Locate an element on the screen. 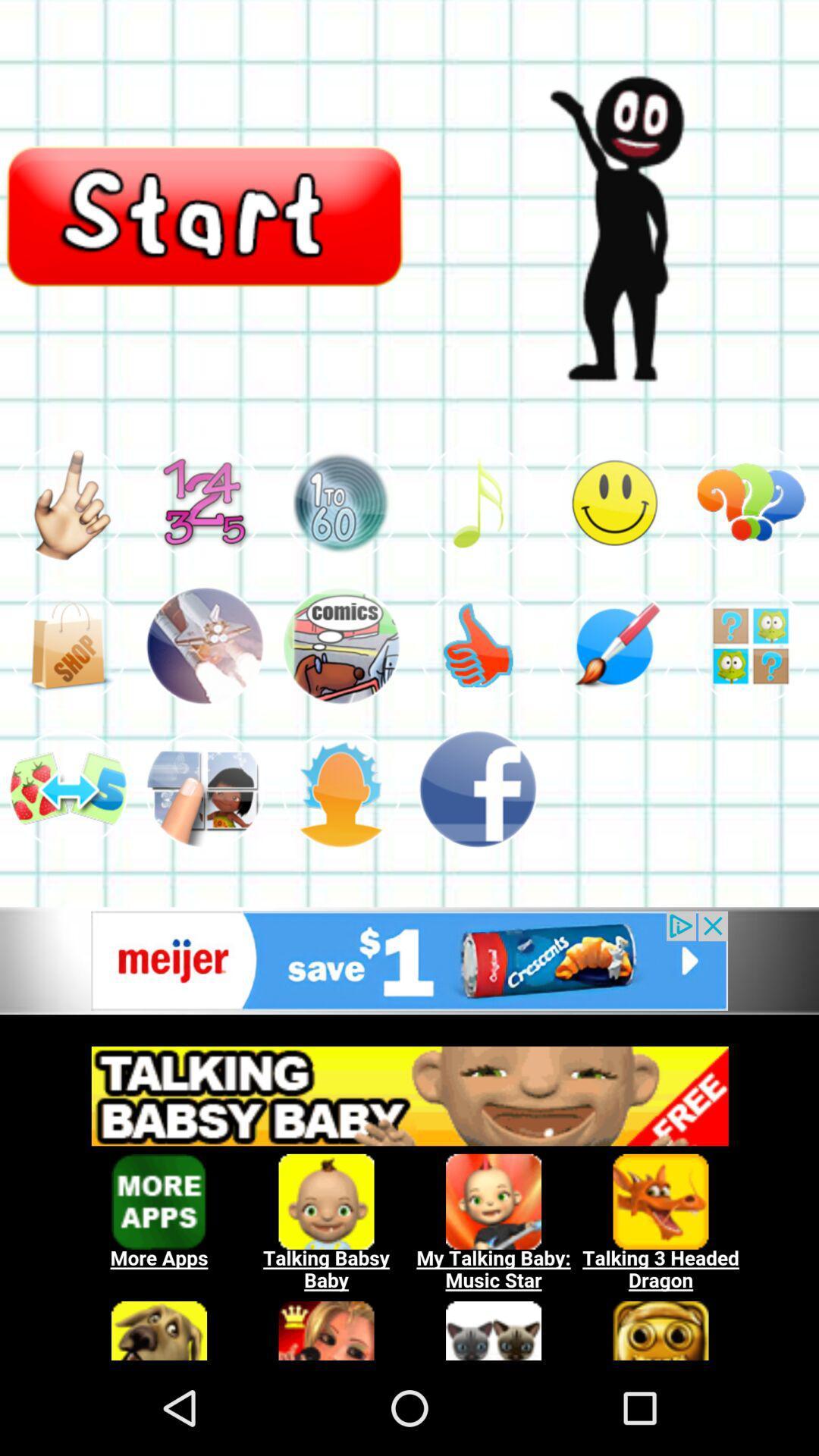 This screenshot has height=1456, width=819. open app is located at coordinates (341, 645).